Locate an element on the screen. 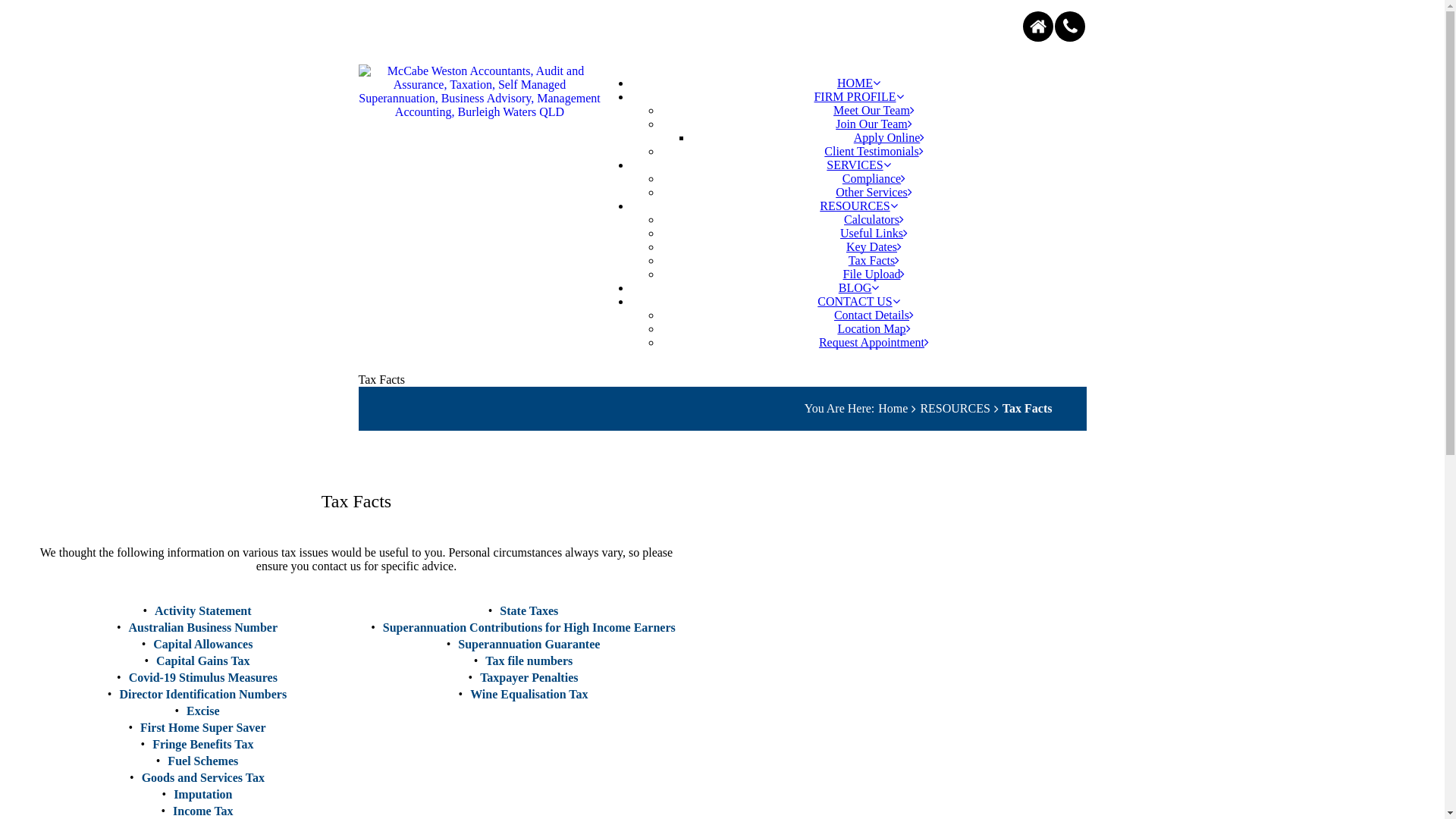 Image resolution: width=1456 pixels, height=819 pixels. 'Calculators' is located at coordinates (874, 219).